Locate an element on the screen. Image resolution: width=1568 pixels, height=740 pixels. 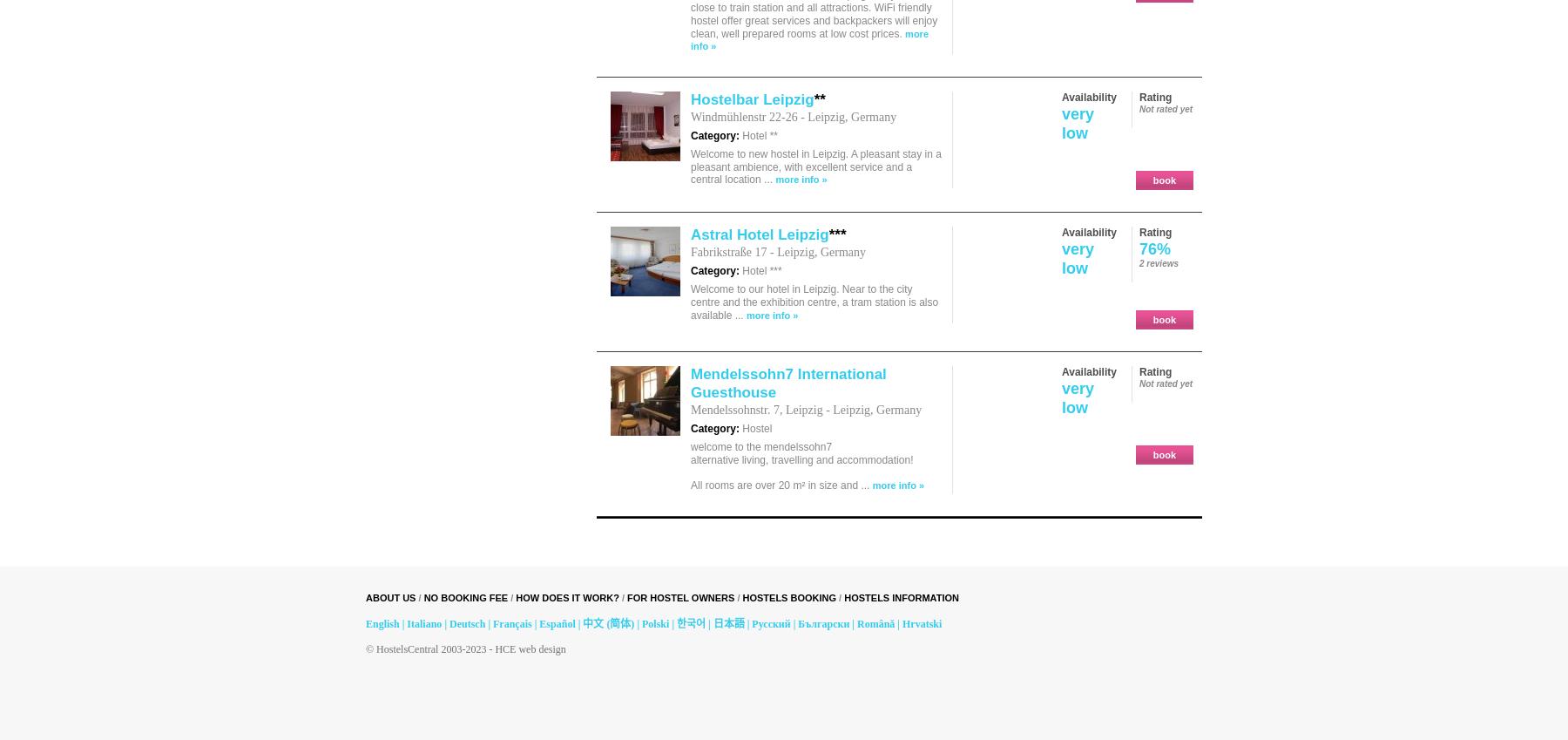
'No booking fee' is located at coordinates (464, 596).